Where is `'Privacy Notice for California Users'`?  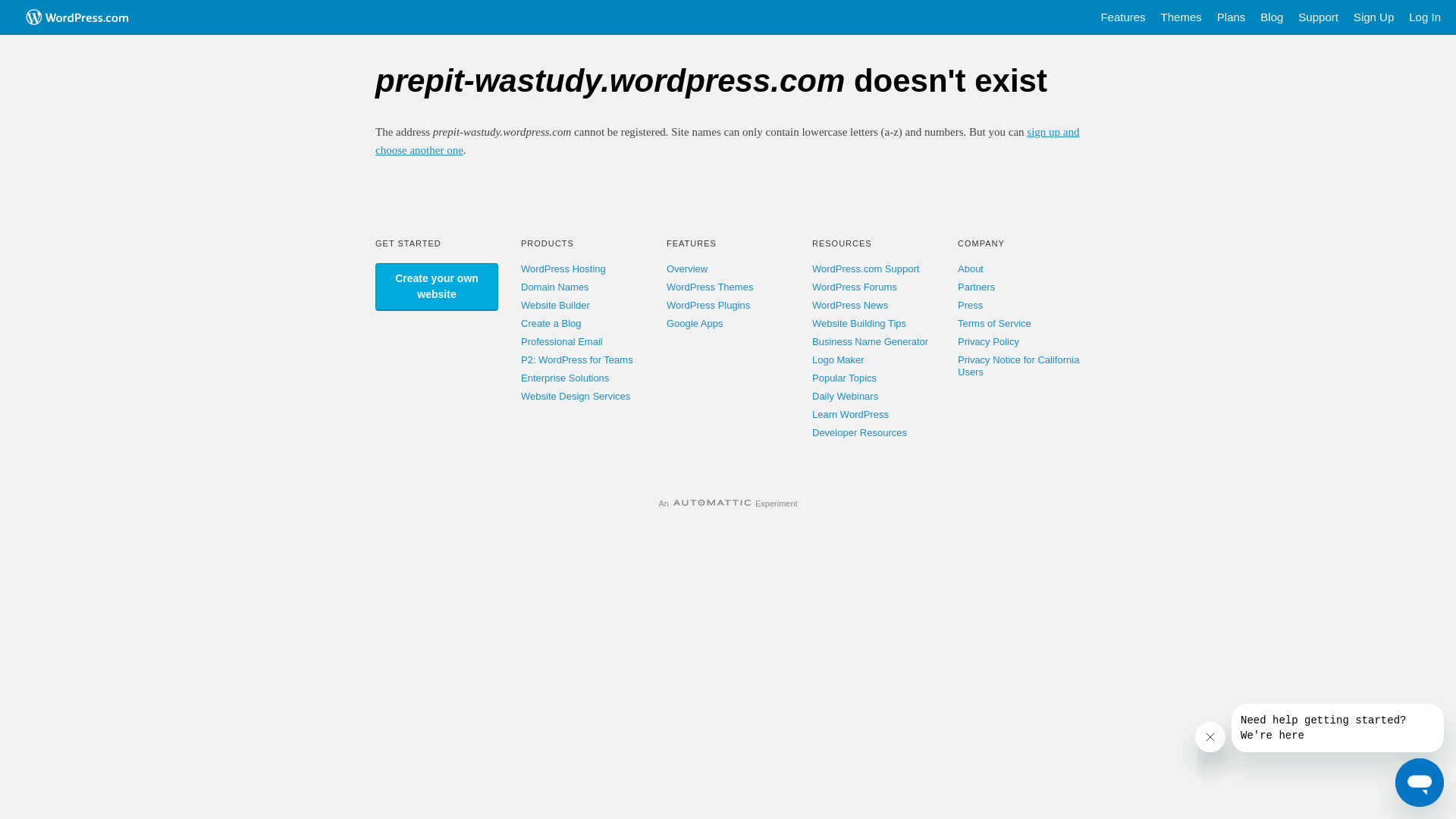 'Privacy Notice for California Users' is located at coordinates (1018, 366).